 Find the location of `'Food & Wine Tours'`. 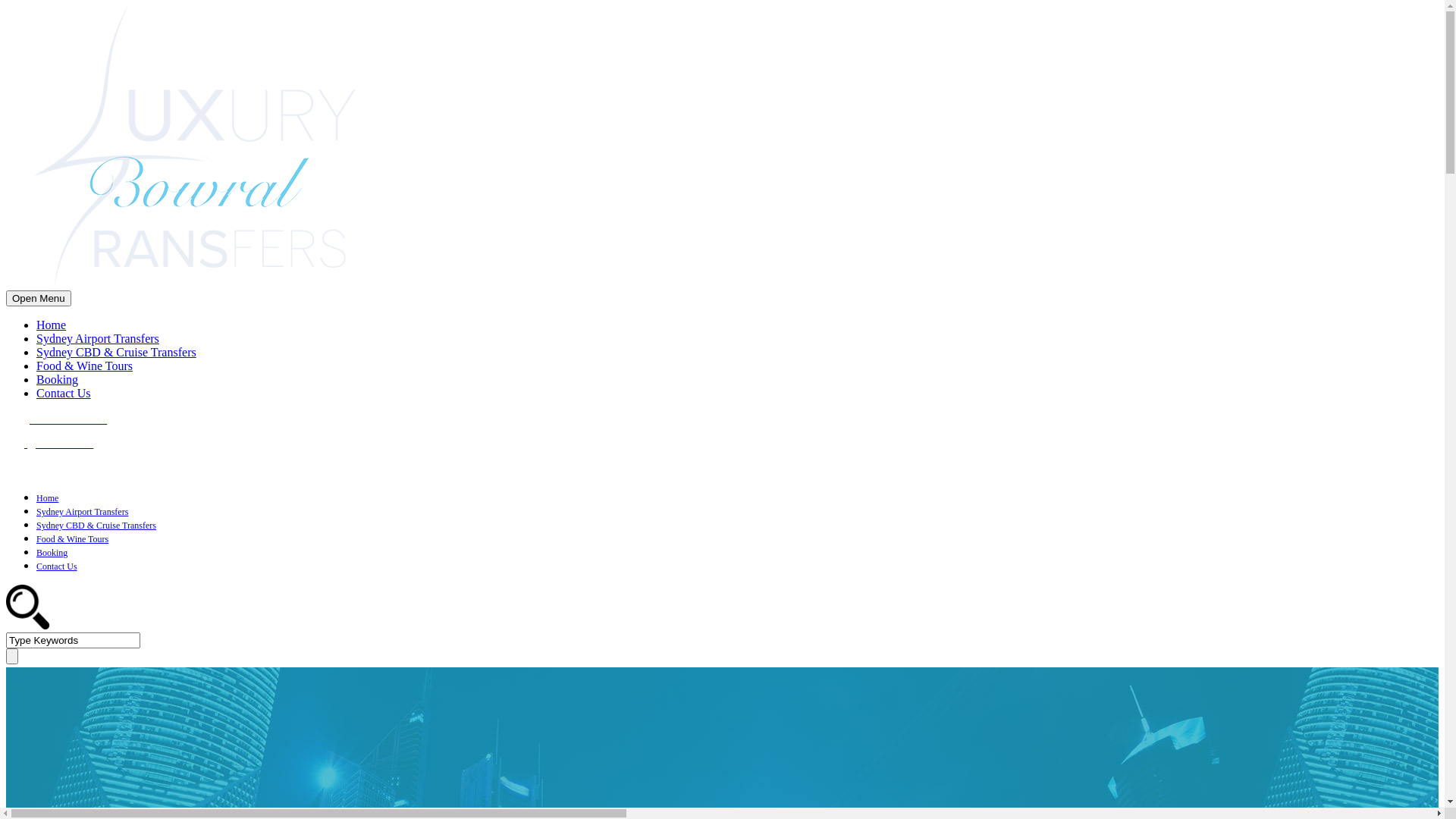

'Food & Wine Tours' is located at coordinates (83, 366).